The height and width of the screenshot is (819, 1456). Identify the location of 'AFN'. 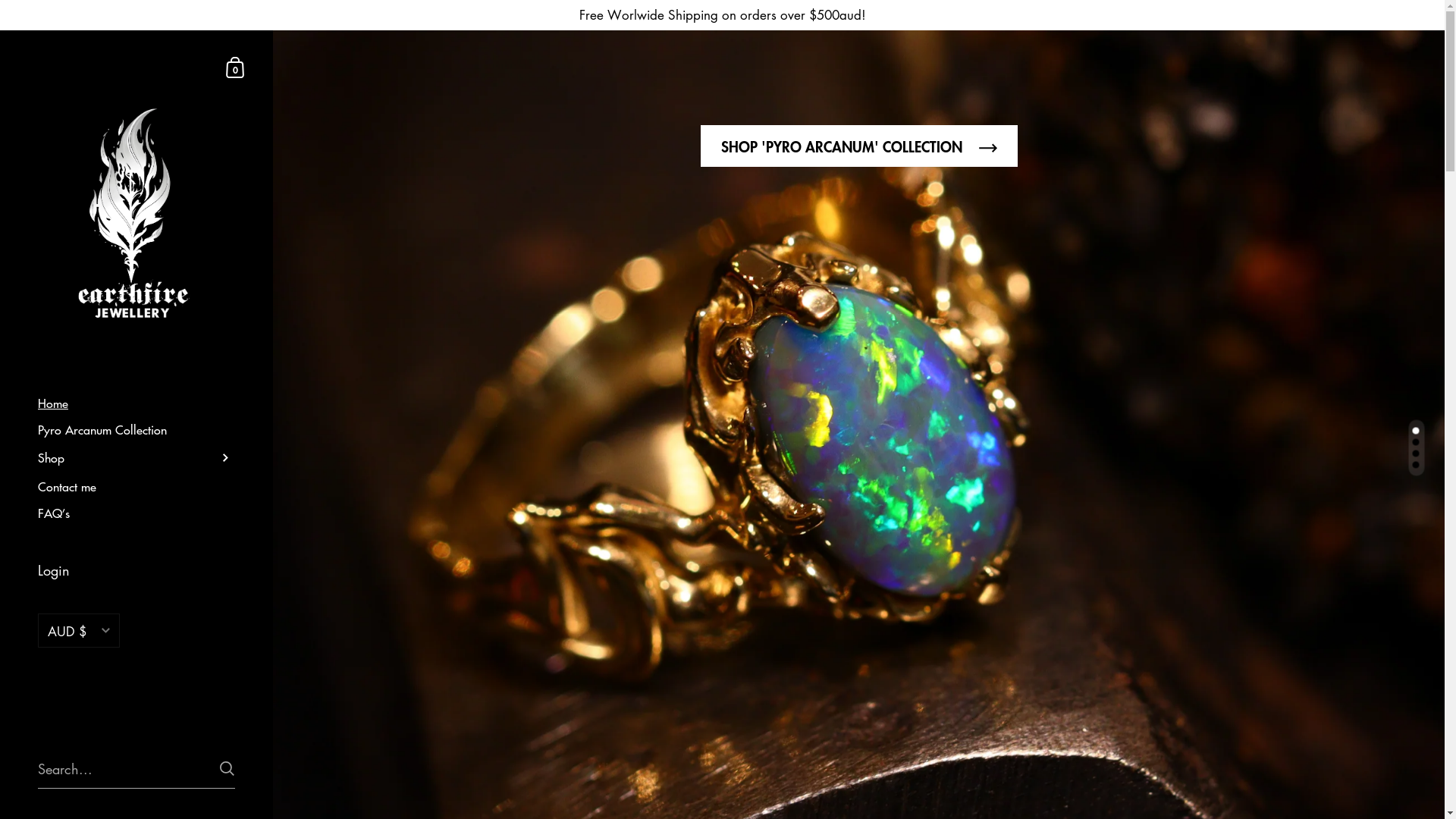
(78, 693).